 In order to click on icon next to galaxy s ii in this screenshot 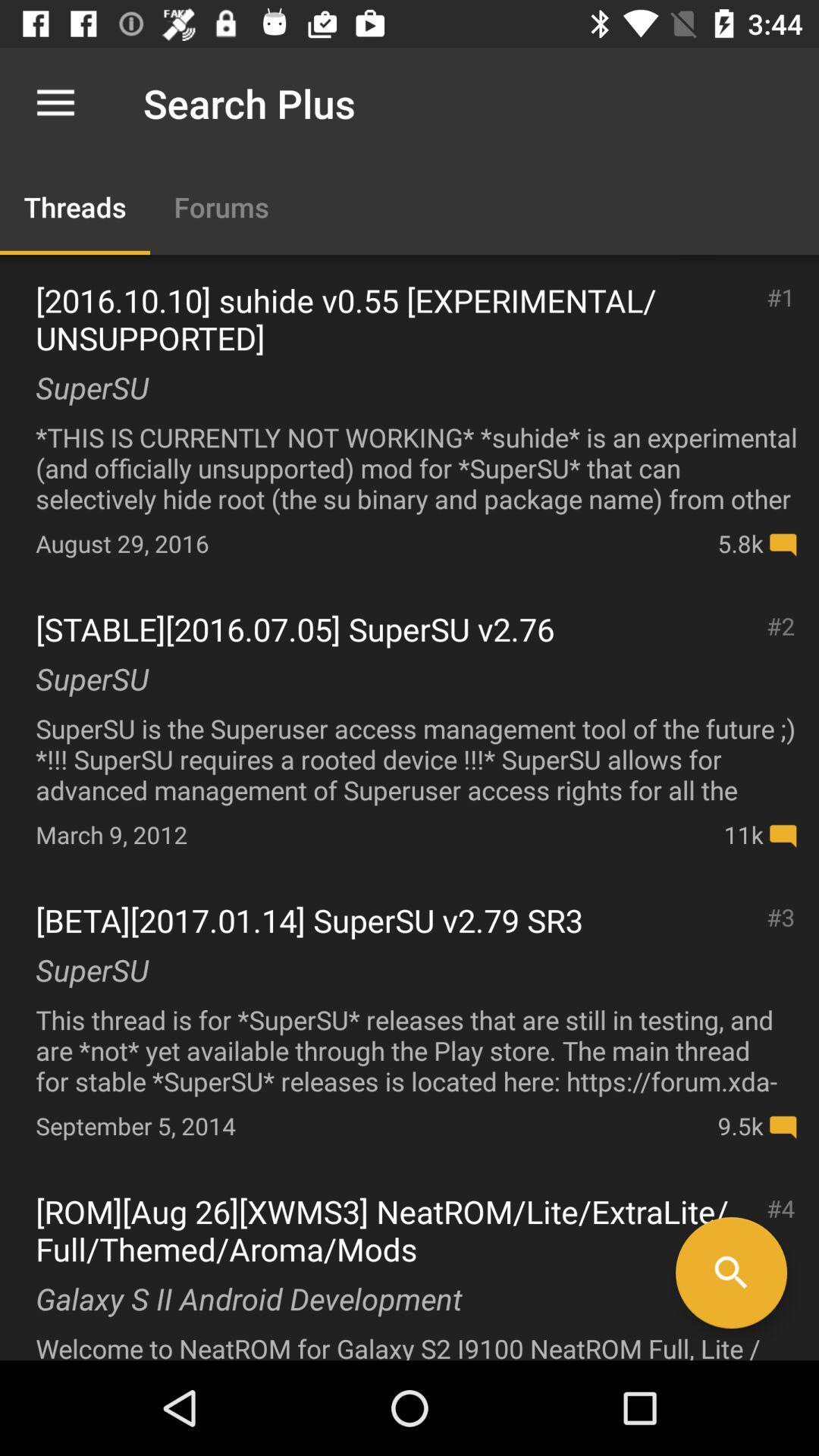, I will do `click(730, 1272)`.